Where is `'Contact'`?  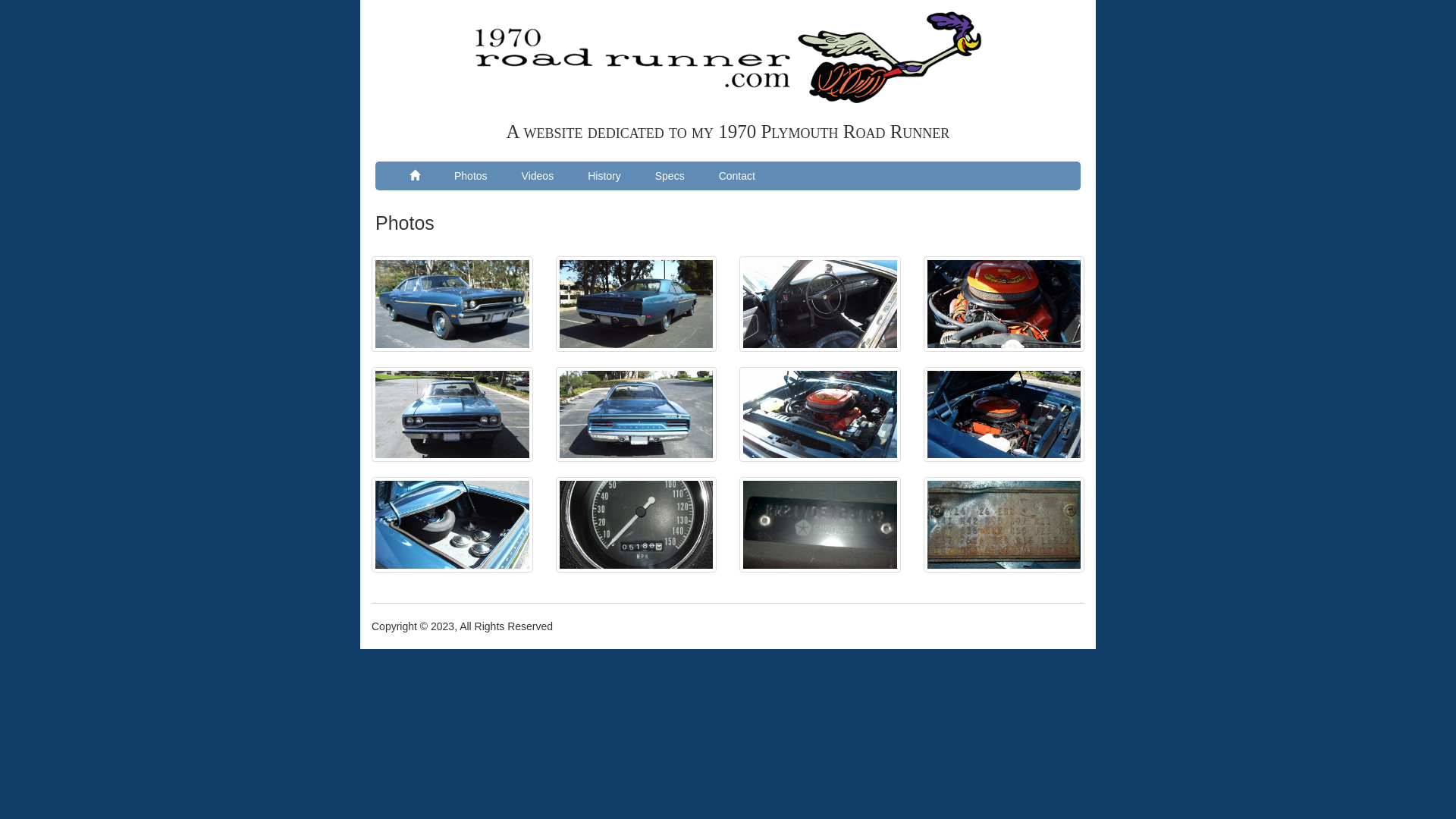 'Contact' is located at coordinates (737, 174).